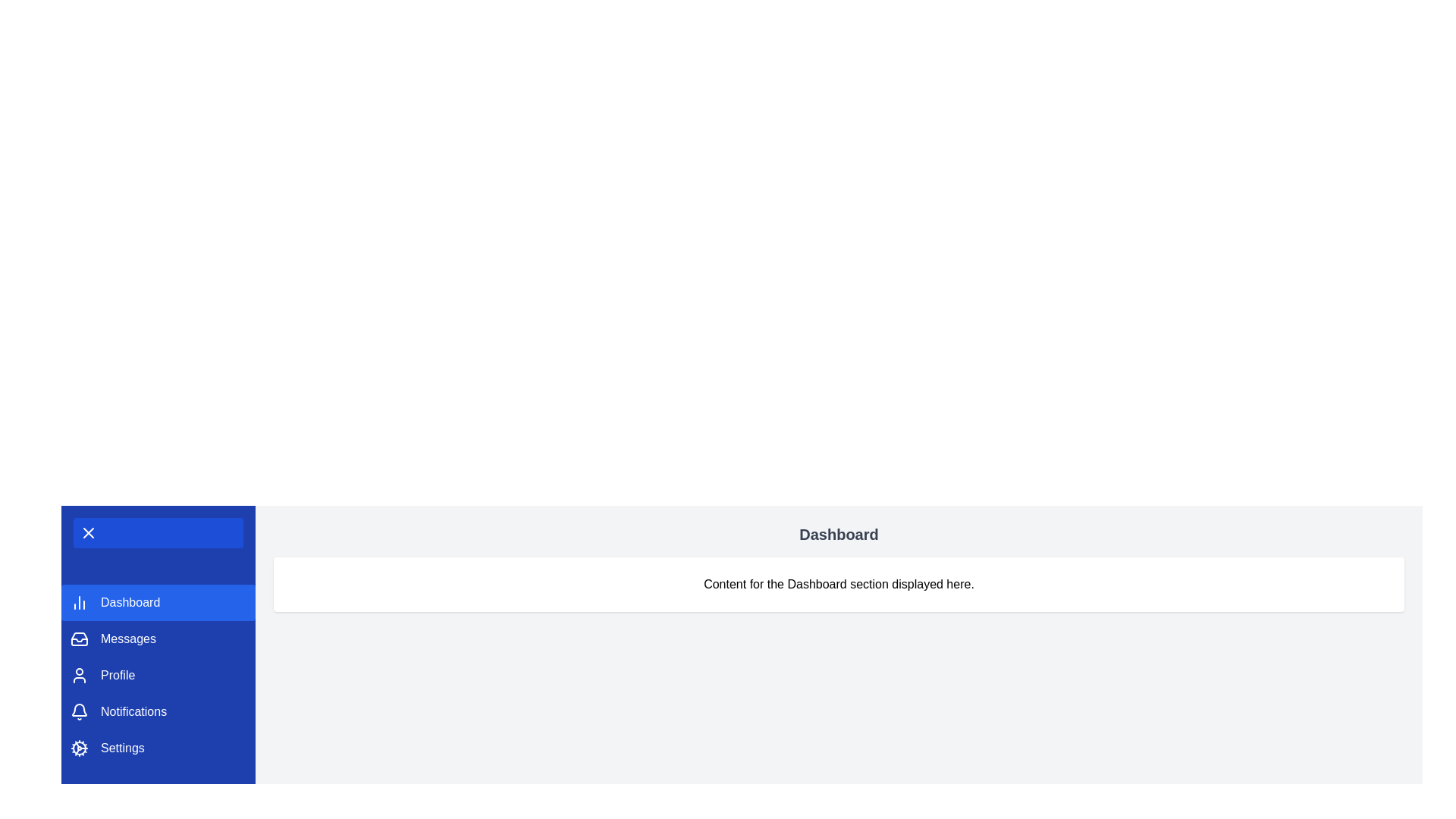 This screenshot has height=819, width=1456. What do you see at coordinates (133, 711) in the screenshot?
I see `the 'Notifications' text label in the left-side vertical menu list` at bounding box center [133, 711].